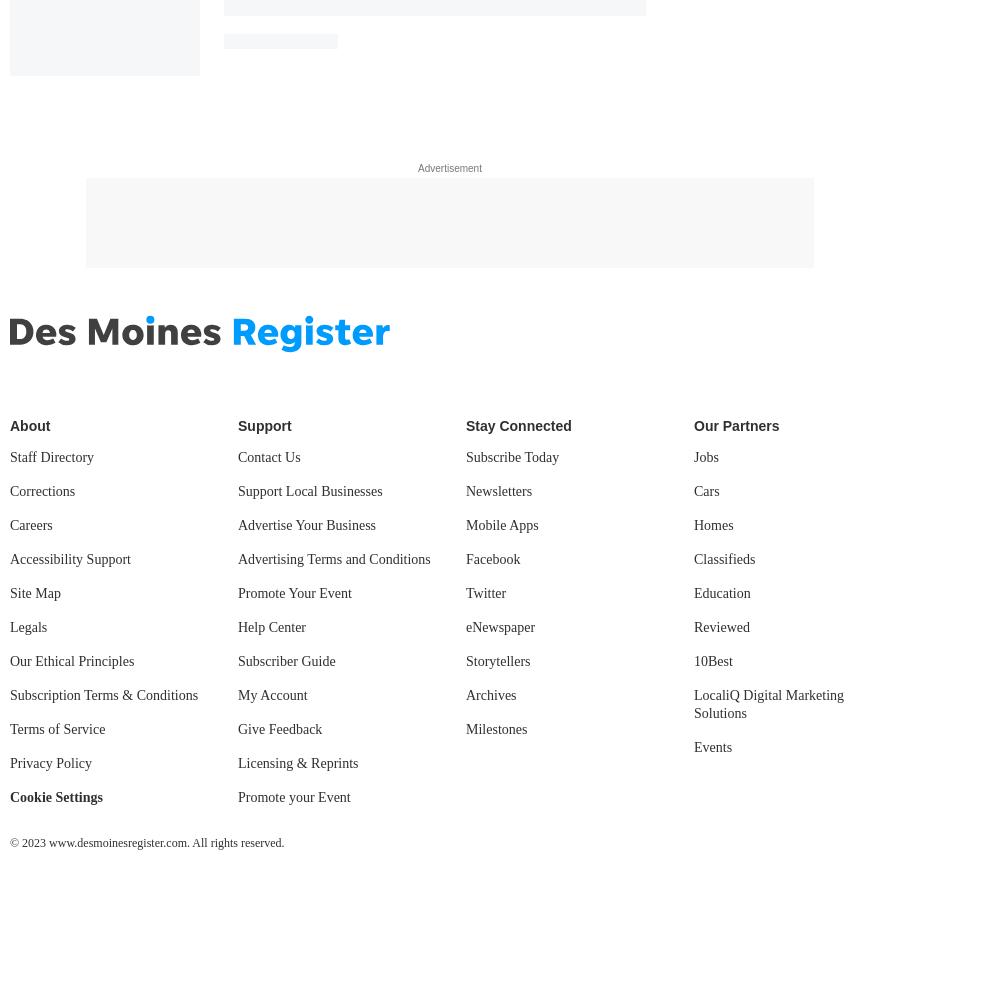  Describe the element at coordinates (723, 557) in the screenshot. I see `'Classifieds'` at that location.